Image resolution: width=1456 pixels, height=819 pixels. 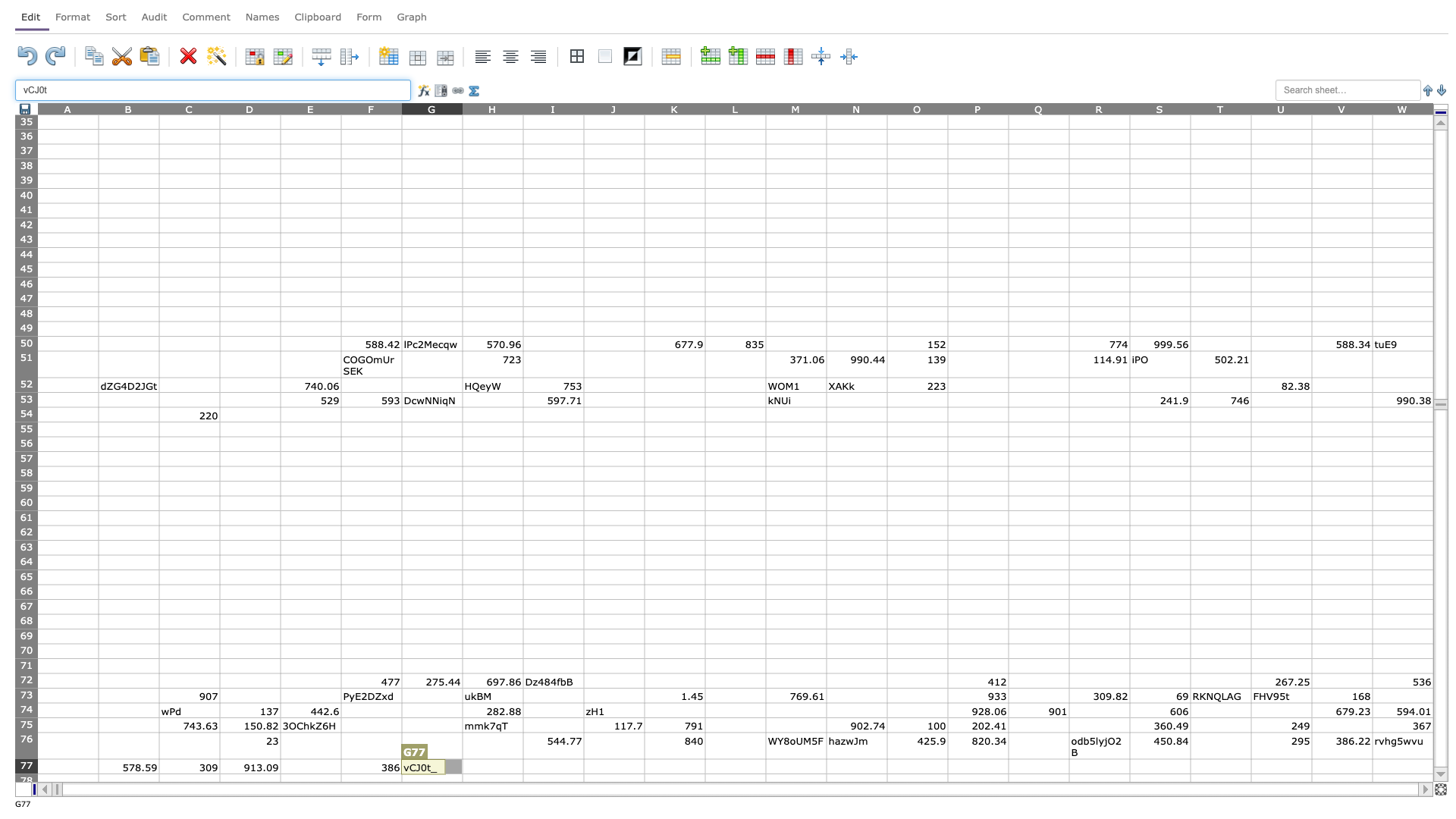 What do you see at coordinates (461, 759) in the screenshot?
I see `top left at column H row 77` at bounding box center [461, 759].